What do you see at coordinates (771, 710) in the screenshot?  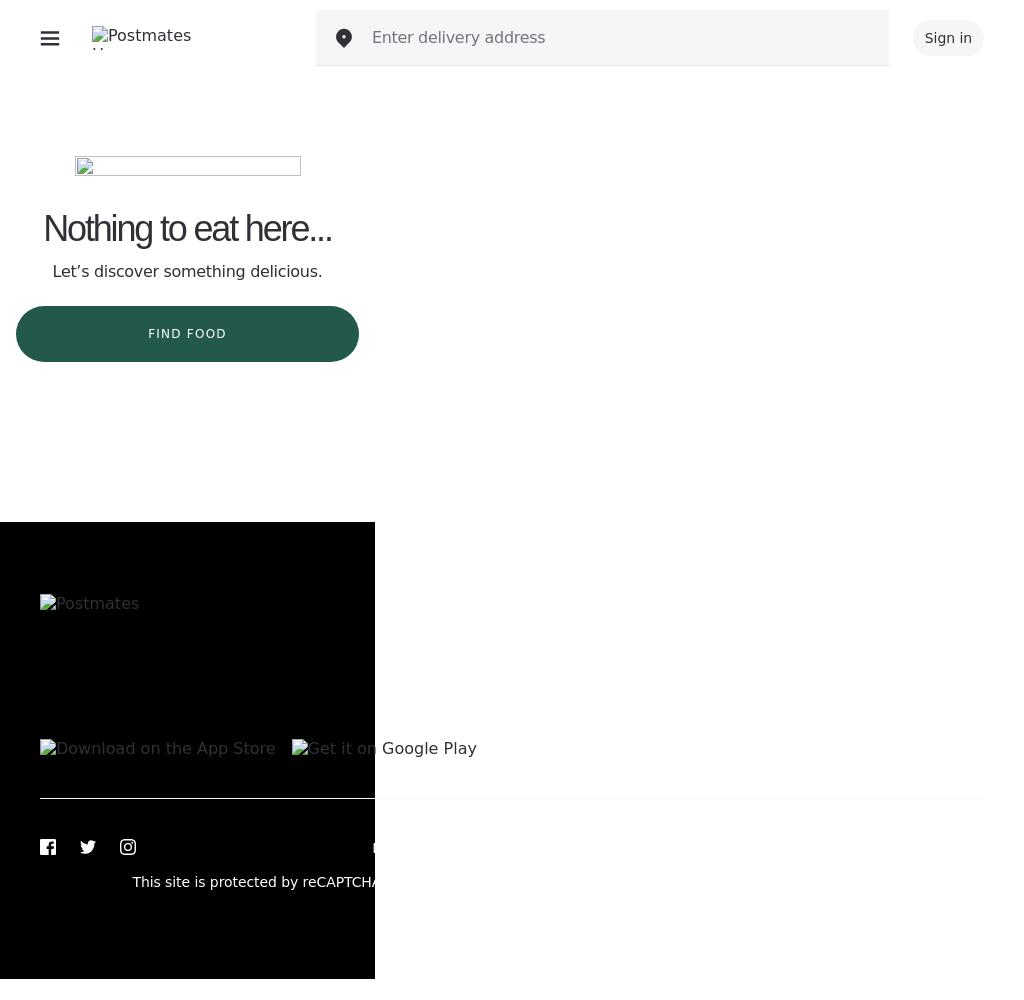 I see `'English'` at bounding box center [771, 710].